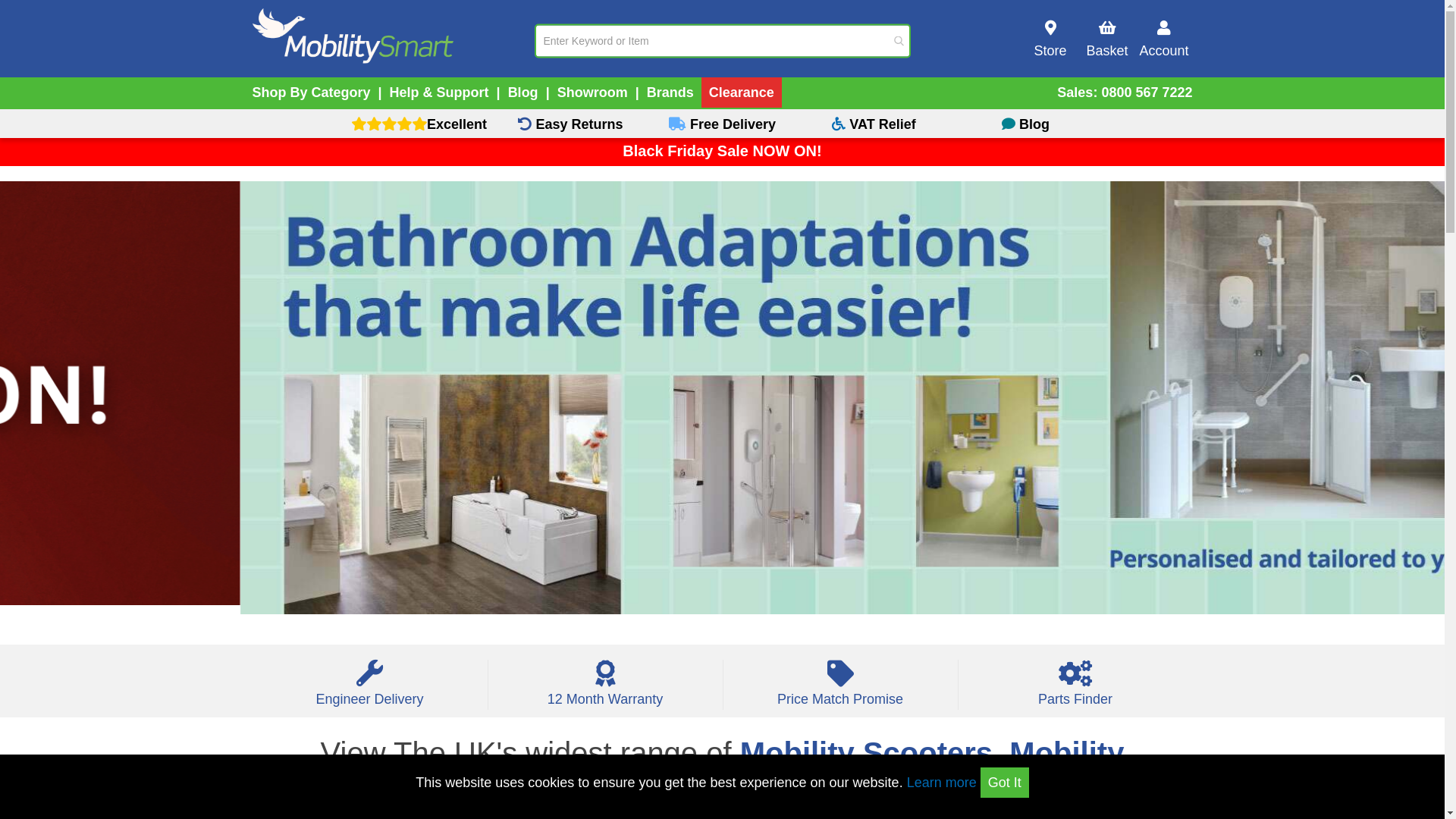 Image resolution: width=1456 pixels, height=819 pixels. What do you see at coordinates (720, 151) in the screenshot?
I see `'Black Friday Sale NOW ON!'` at bounding box center [720, 151].